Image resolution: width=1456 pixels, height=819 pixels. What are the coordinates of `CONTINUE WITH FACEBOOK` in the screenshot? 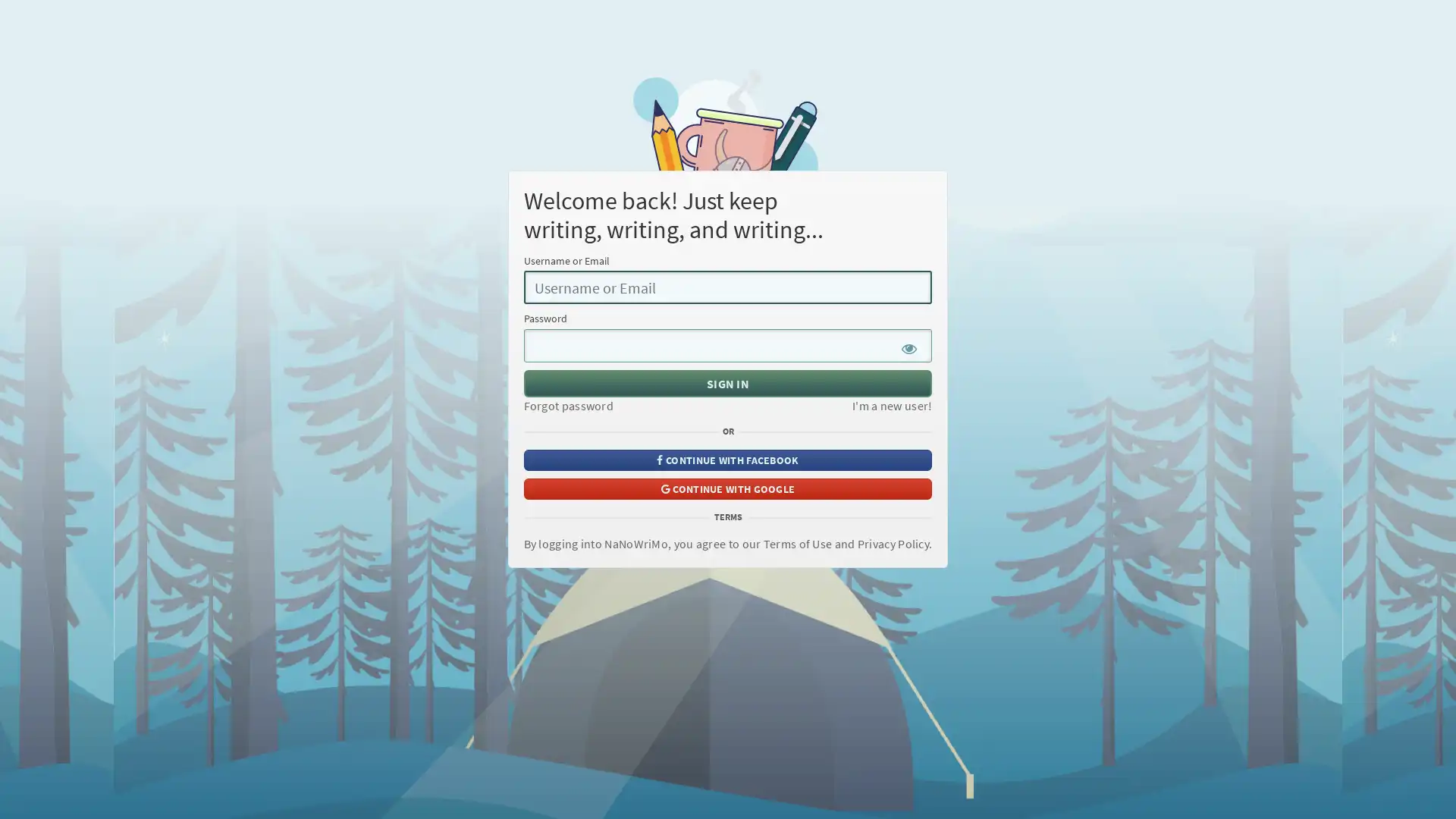 It's located at (726, 458).